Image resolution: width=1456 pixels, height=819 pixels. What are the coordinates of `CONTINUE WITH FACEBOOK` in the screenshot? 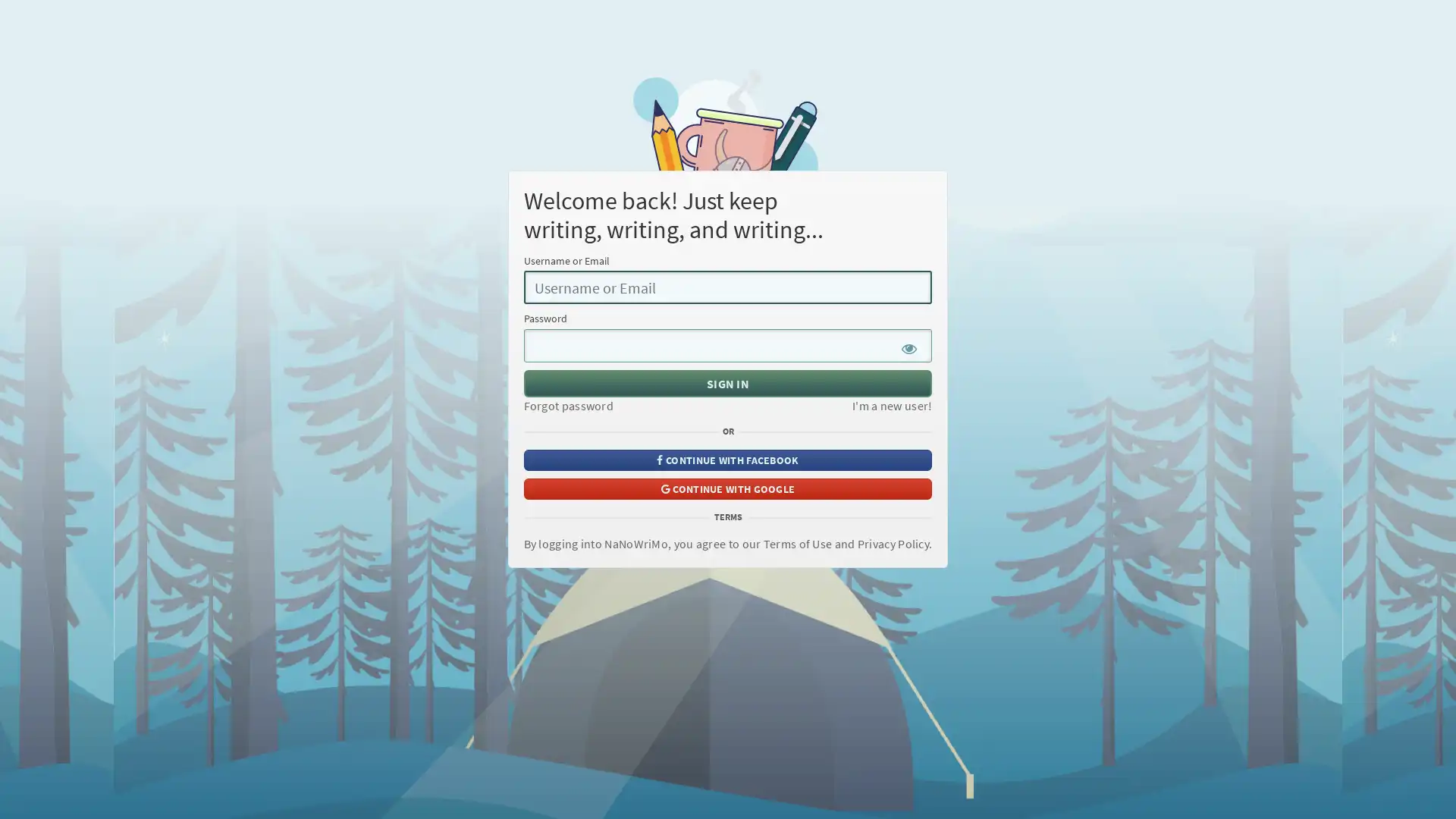 It's located at (726, 458).